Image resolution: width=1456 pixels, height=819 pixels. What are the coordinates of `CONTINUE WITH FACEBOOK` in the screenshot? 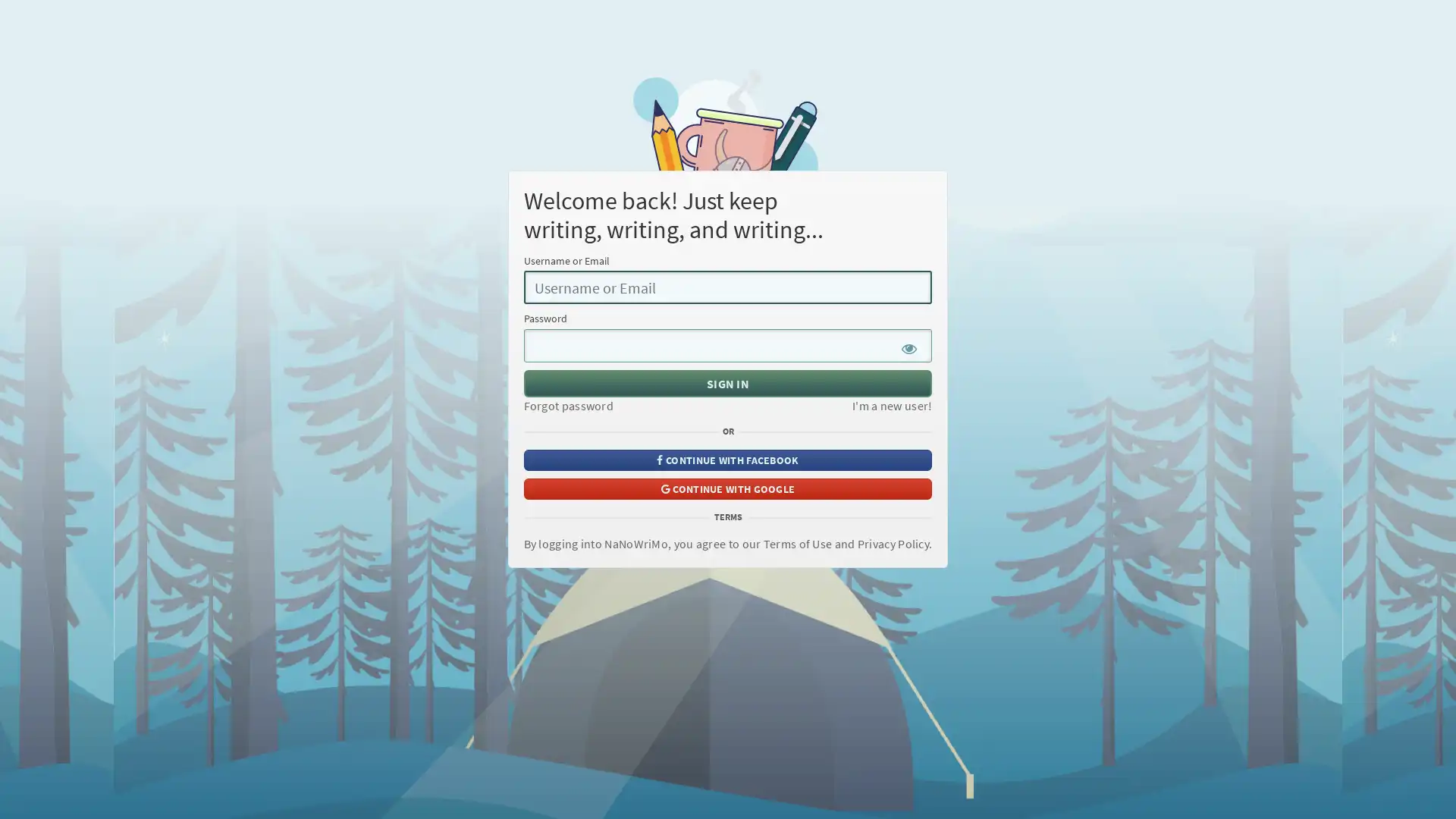 It's located at (726, 458).